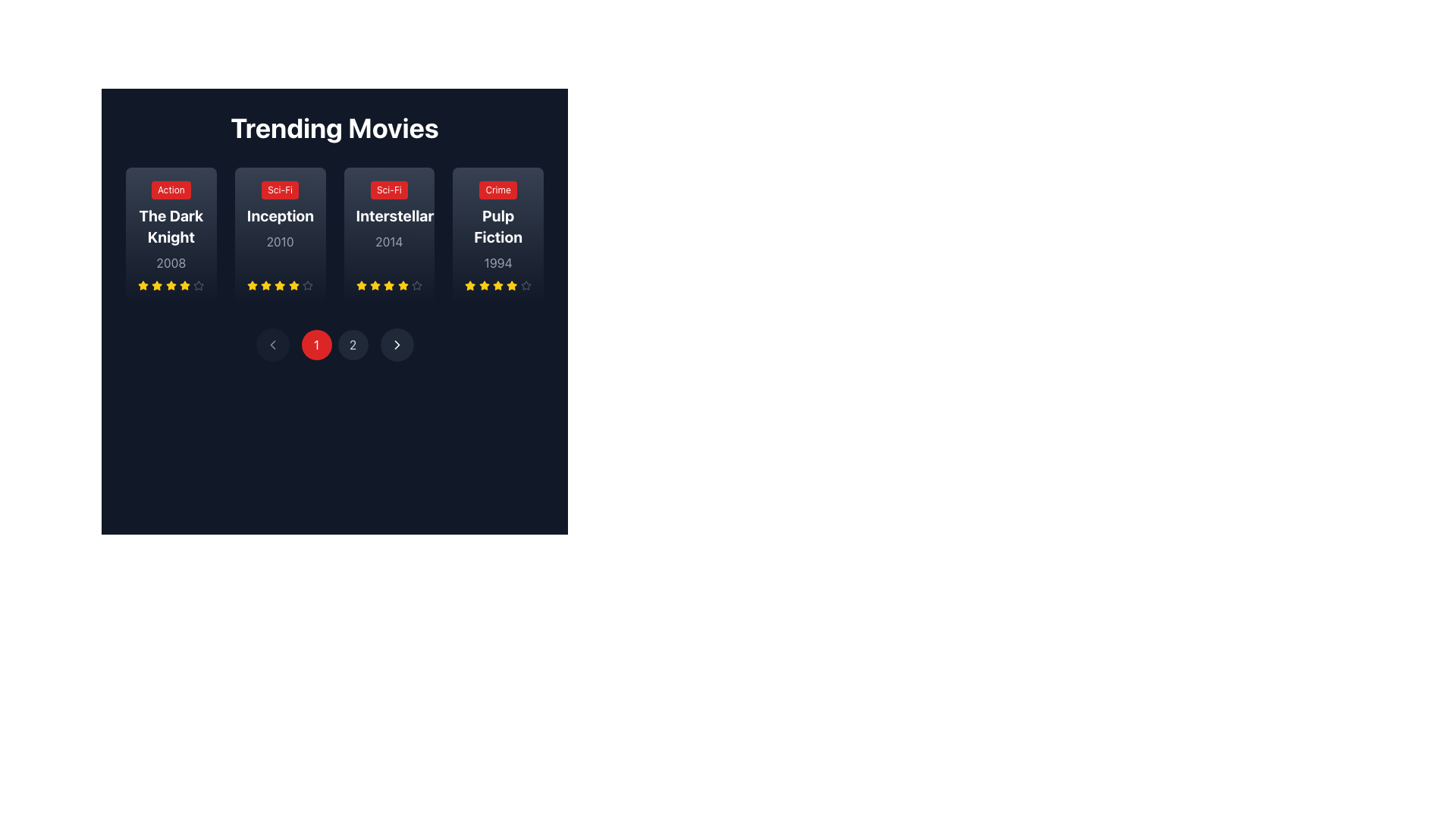 The image size is (1456, 819). I want to click on the leftmost movie card in the 'Trending Movies' section, so click(171, 235).